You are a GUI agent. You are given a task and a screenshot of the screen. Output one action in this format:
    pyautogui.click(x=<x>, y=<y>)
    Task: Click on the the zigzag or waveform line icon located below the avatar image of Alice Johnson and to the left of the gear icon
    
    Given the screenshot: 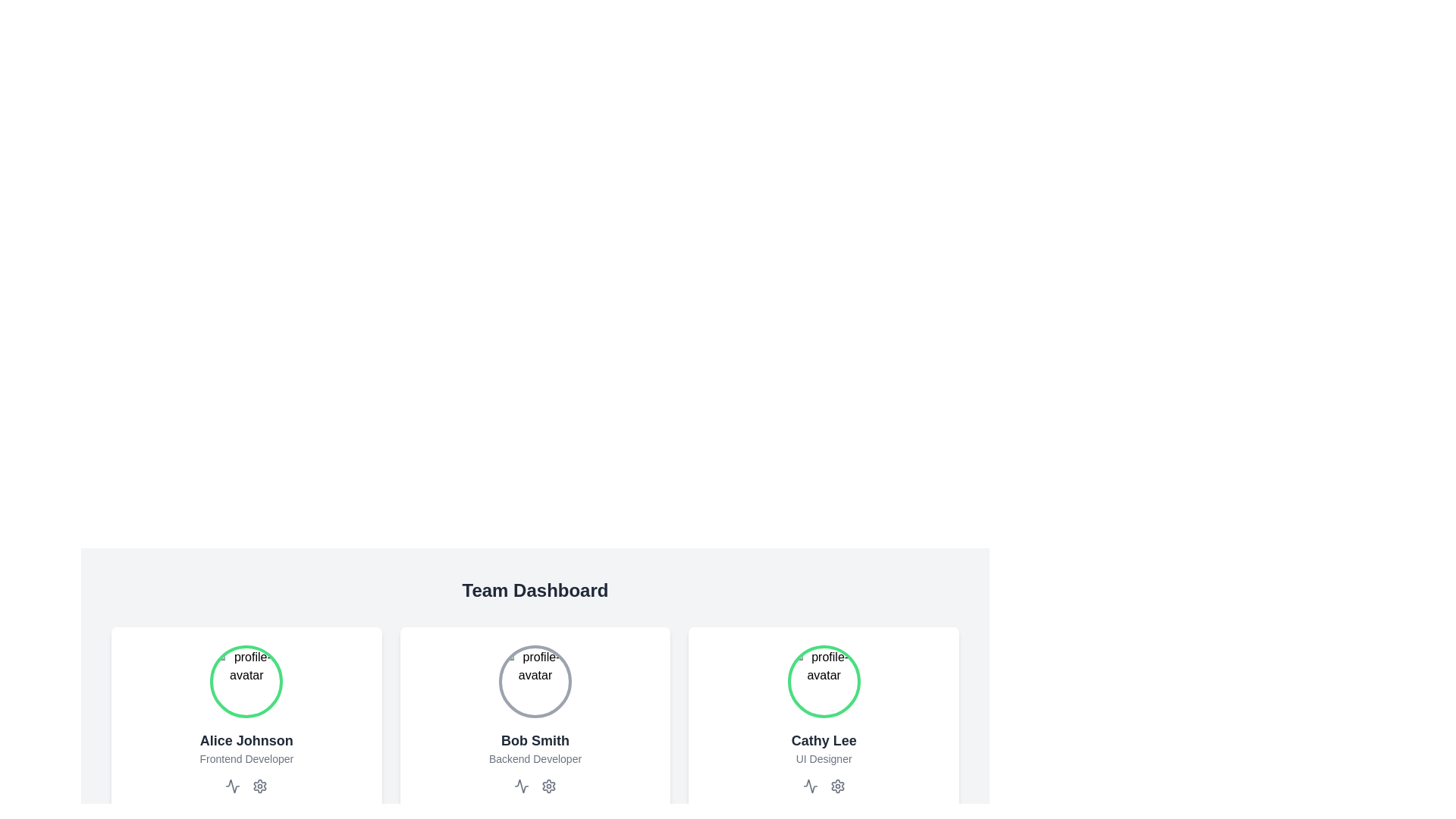 What is the action you would take?
    pyautogui.click(x=232, y=786)
    